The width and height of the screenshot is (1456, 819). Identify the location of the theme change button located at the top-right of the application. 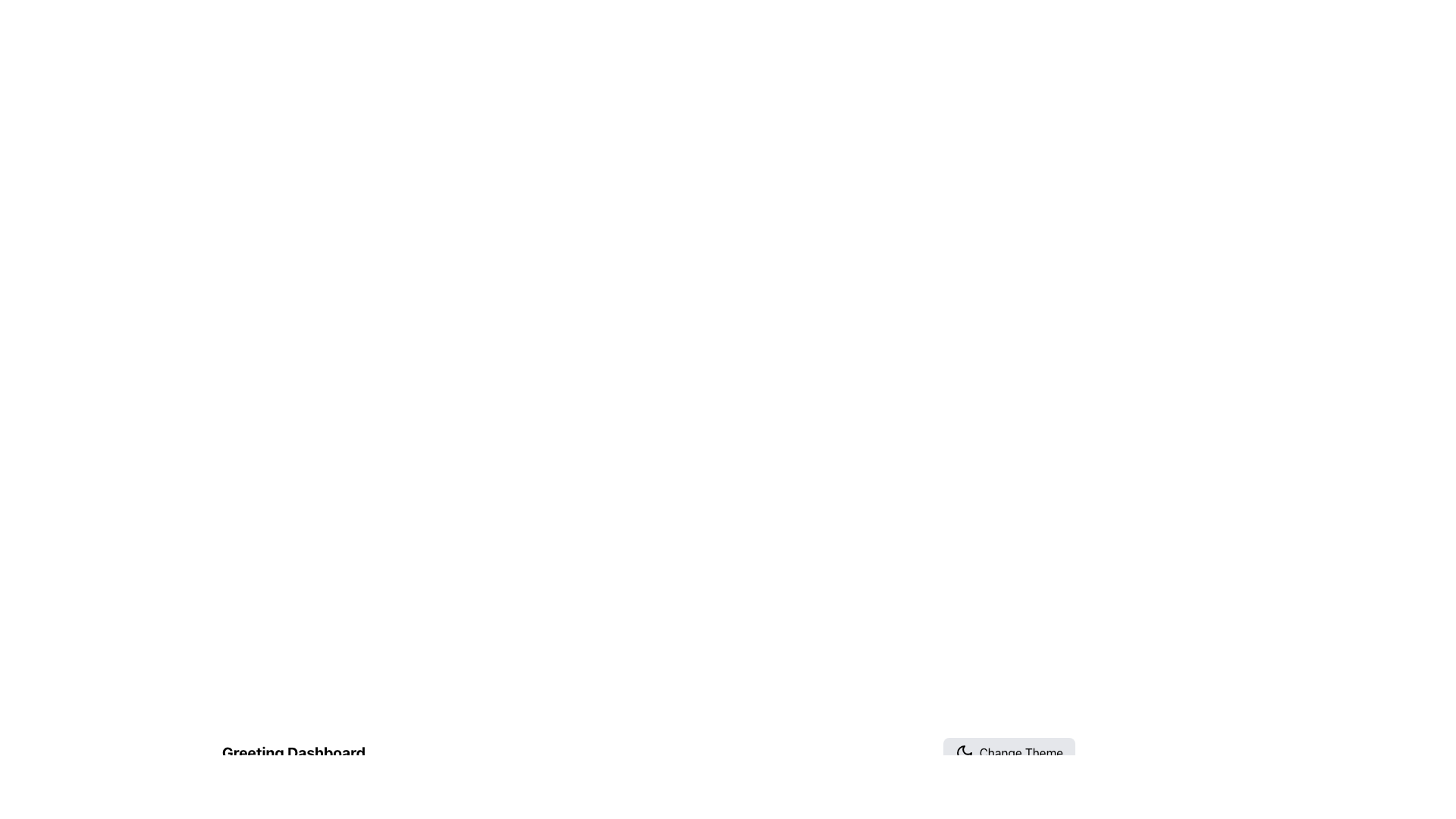
(1009, 752).